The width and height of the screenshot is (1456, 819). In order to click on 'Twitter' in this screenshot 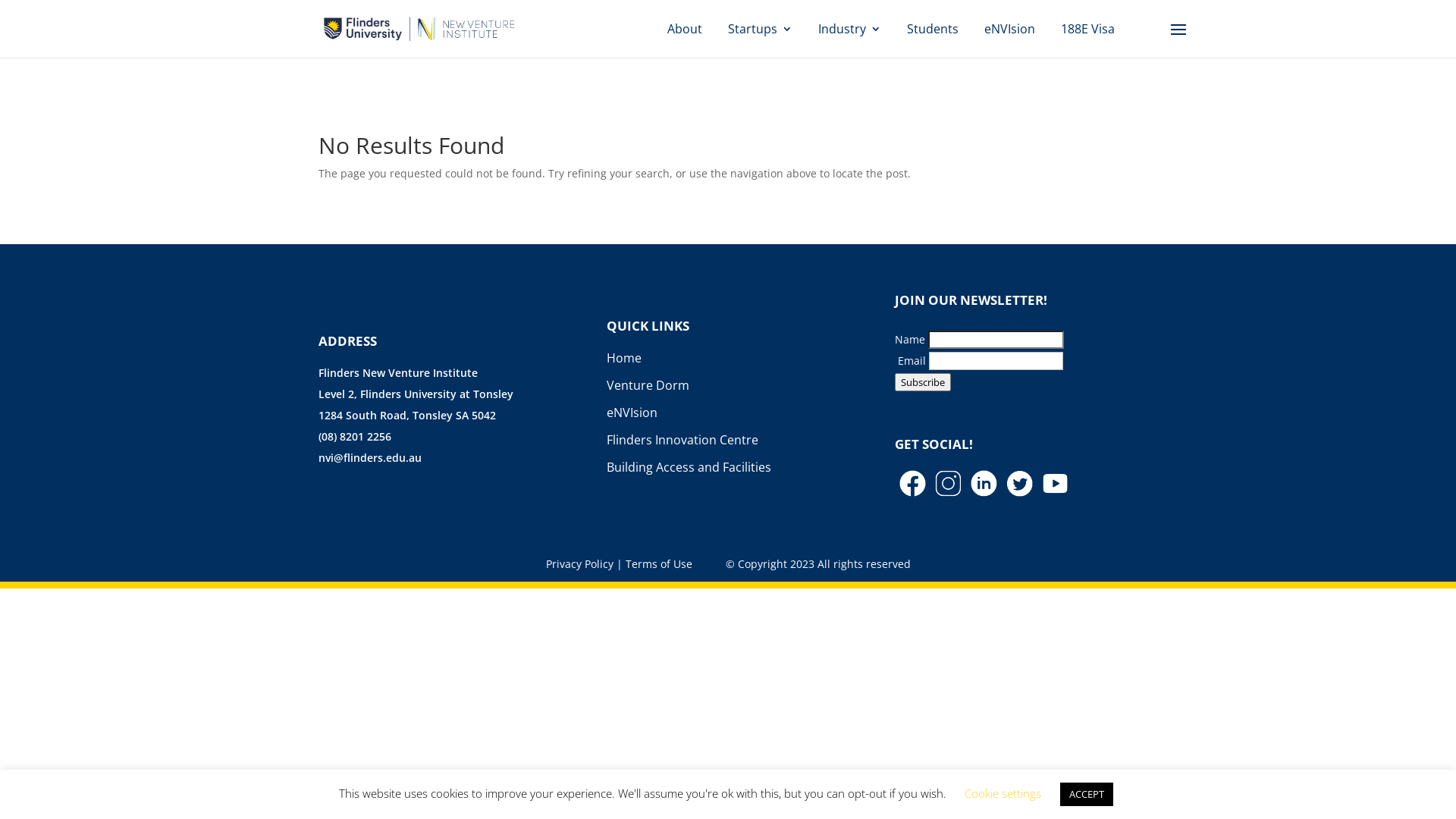, I will do `click(1019, 483)`.